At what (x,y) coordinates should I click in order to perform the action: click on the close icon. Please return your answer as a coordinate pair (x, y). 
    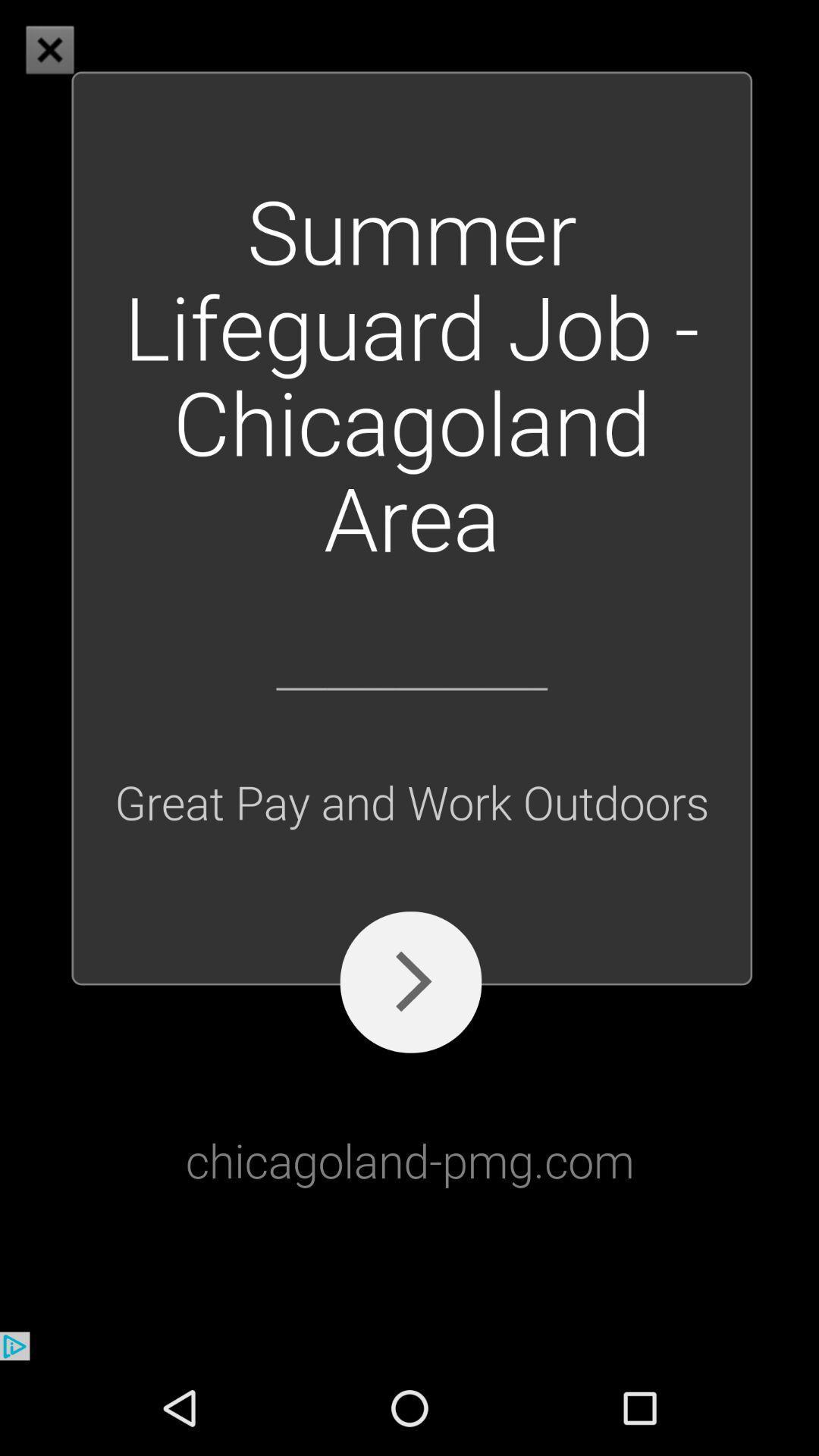
    Looking at the image, I should click on (49, 53).